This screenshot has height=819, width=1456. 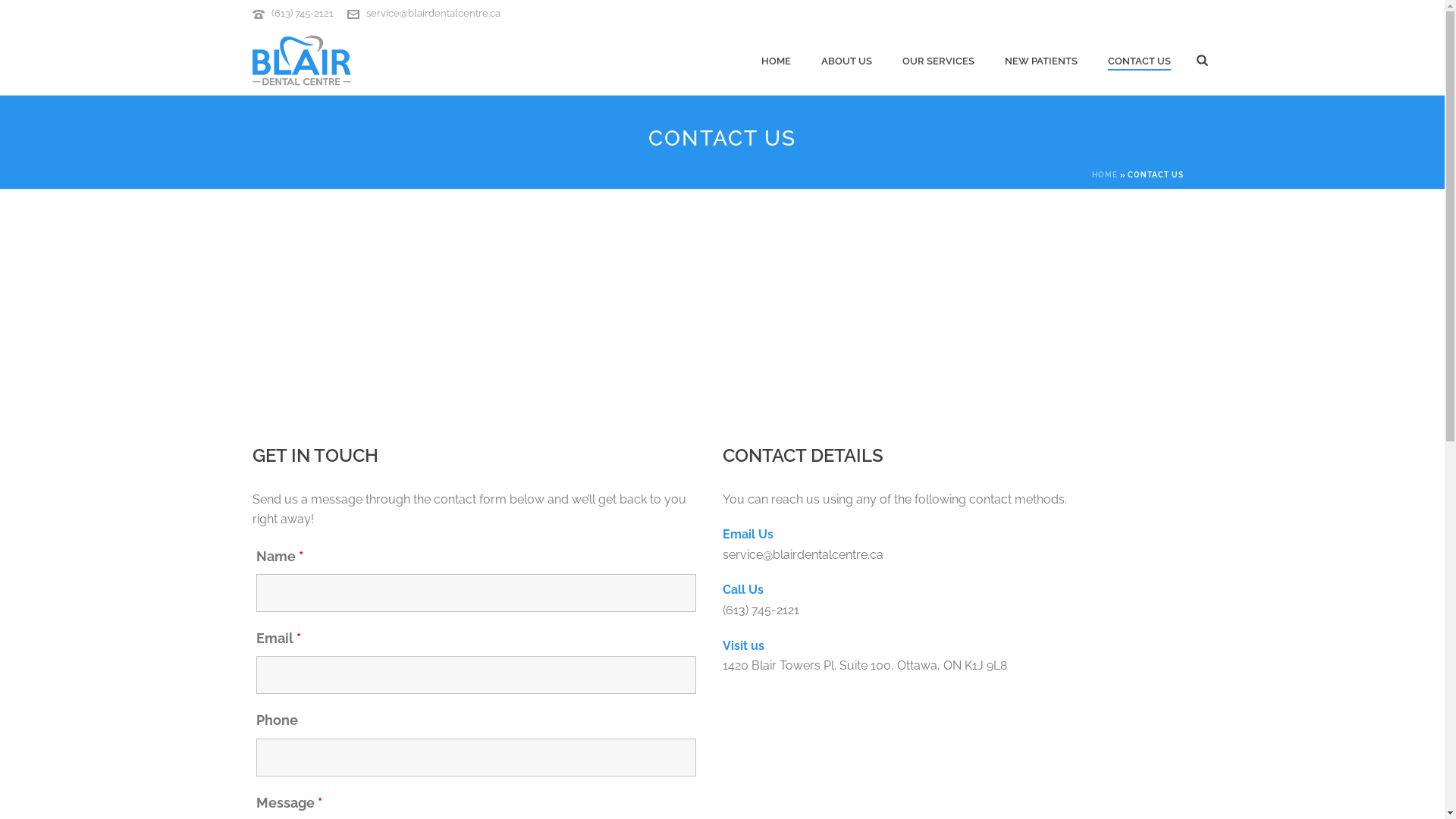 I want to click on 'NEW PATIENTS', so click(x=1040, y=61).